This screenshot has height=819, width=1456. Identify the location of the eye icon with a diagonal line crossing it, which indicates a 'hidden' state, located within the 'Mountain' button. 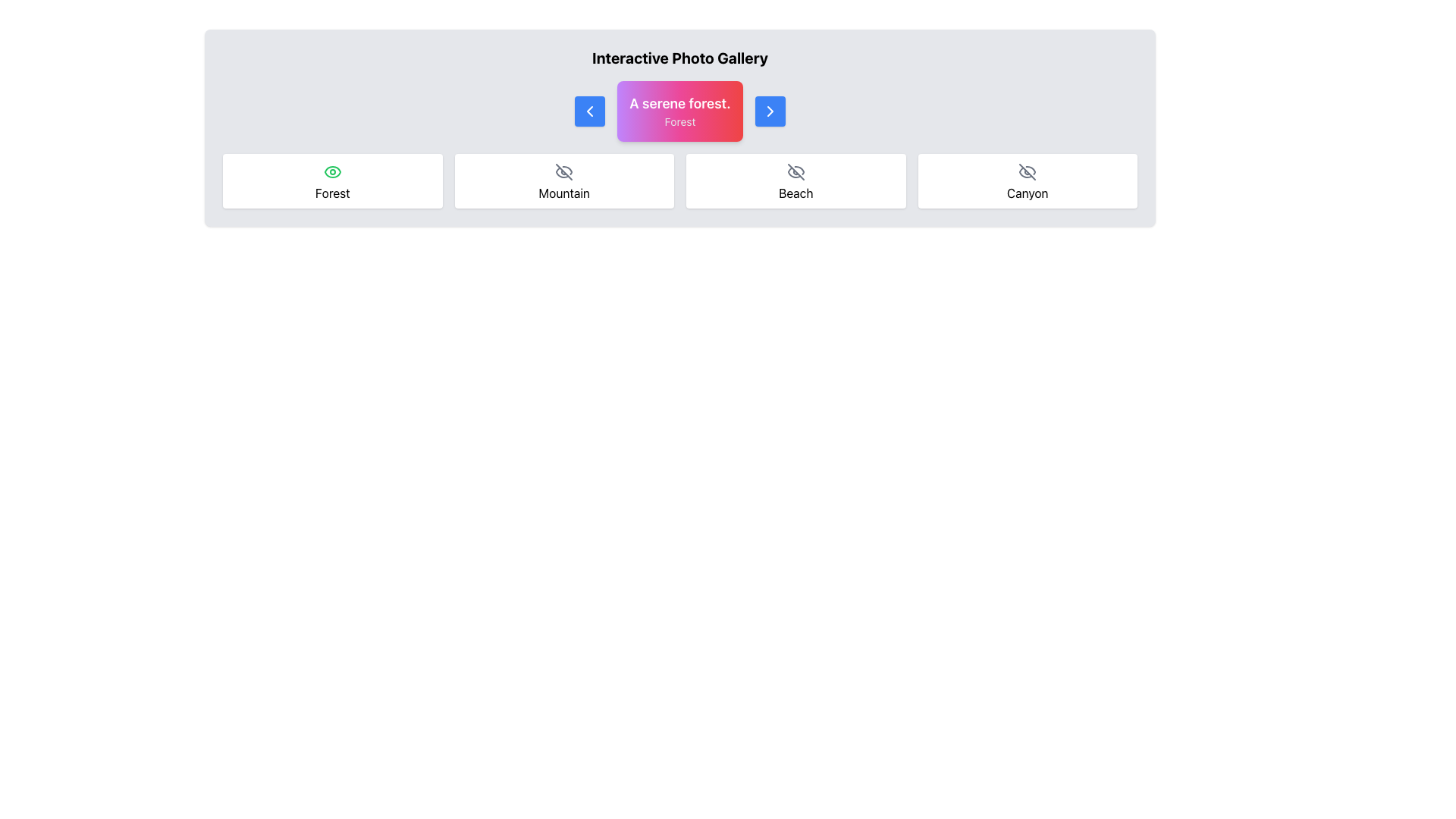
(563, 171).